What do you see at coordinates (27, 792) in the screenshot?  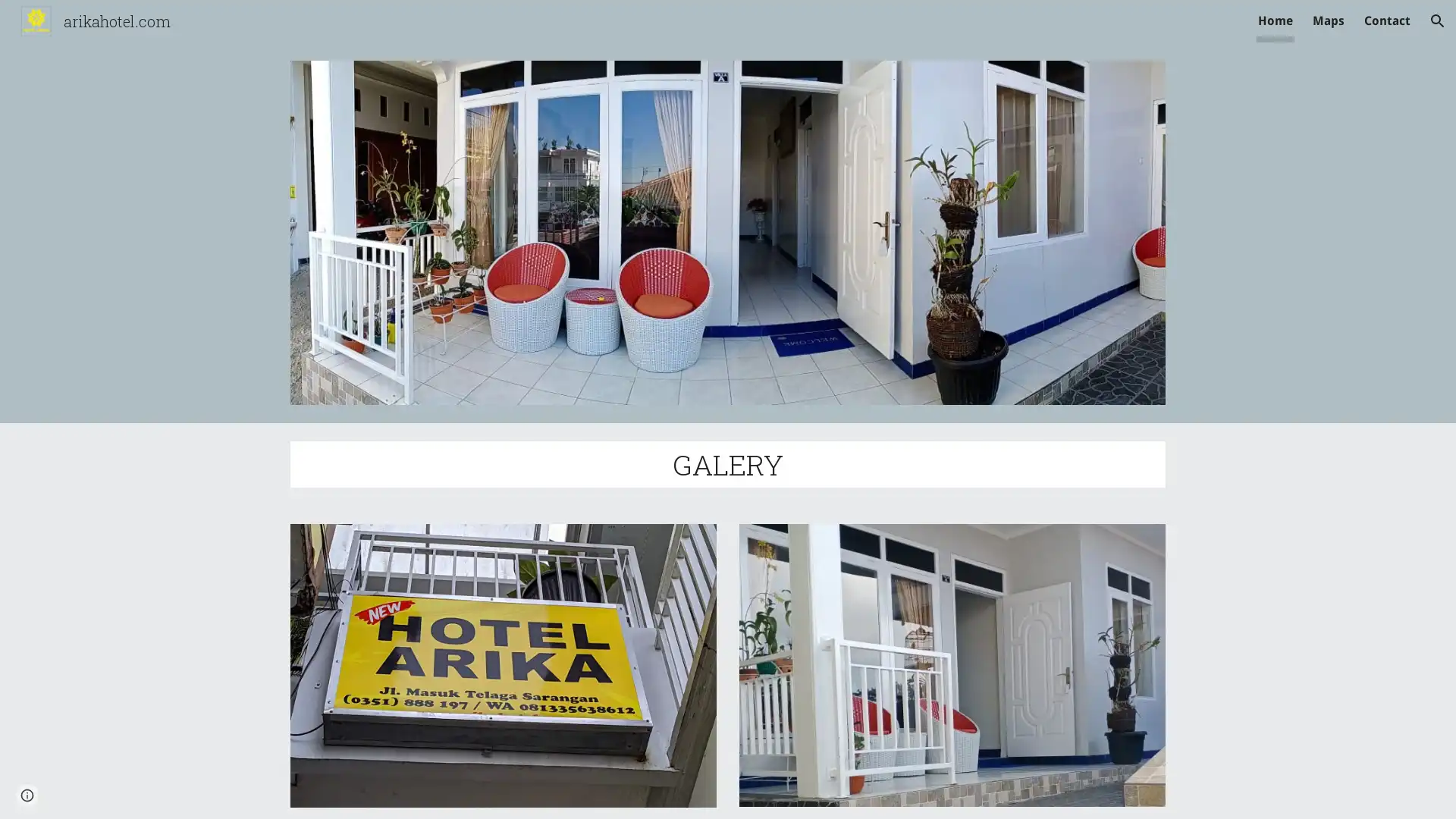 I see `Site actions` at bounding box center [27, 792].